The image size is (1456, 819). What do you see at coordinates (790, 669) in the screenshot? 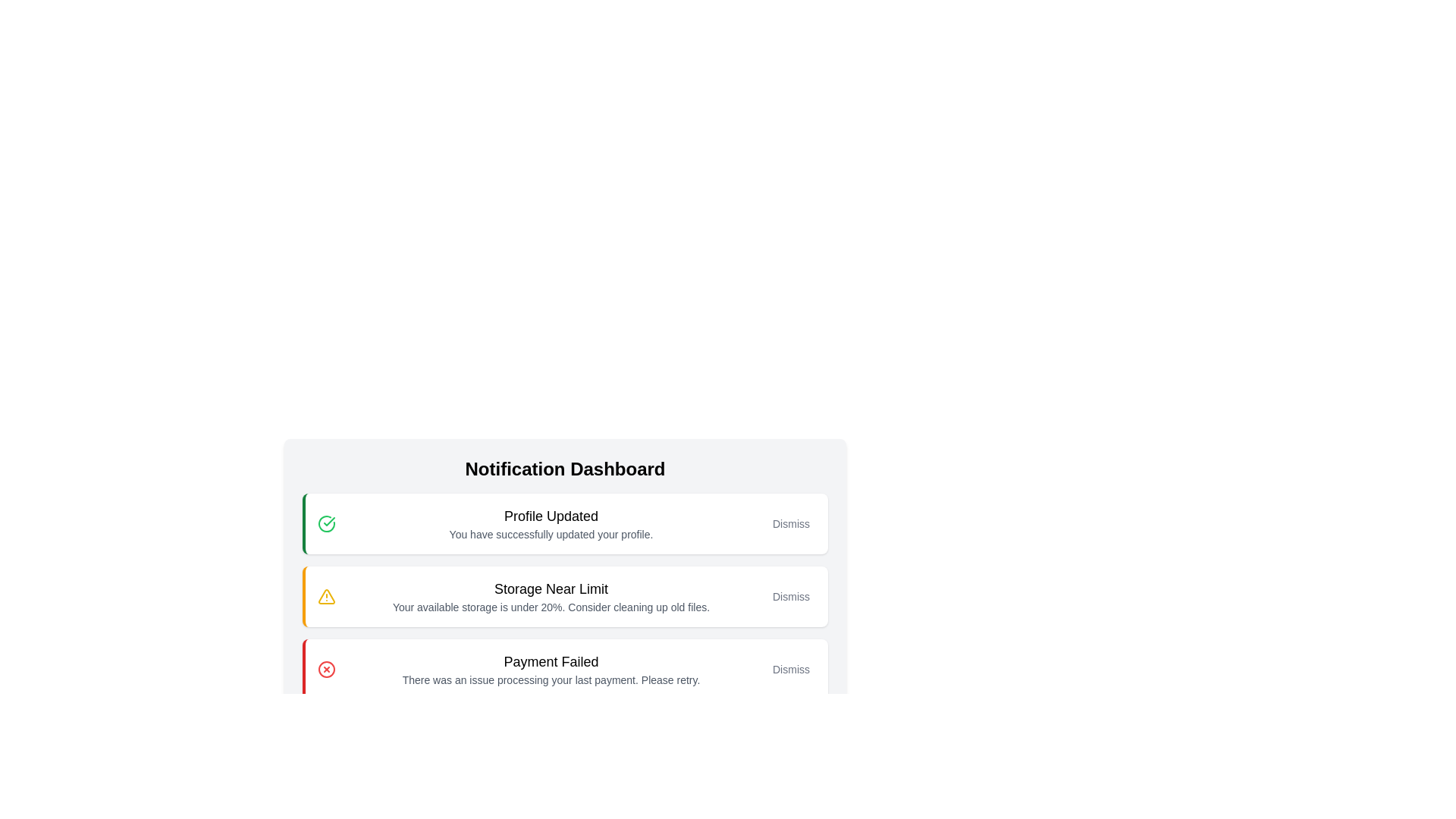
I see `the 'Dismiss' button located at the far-right corner of the 'Payment Failed' notification block` at bounding box center [790, 669].